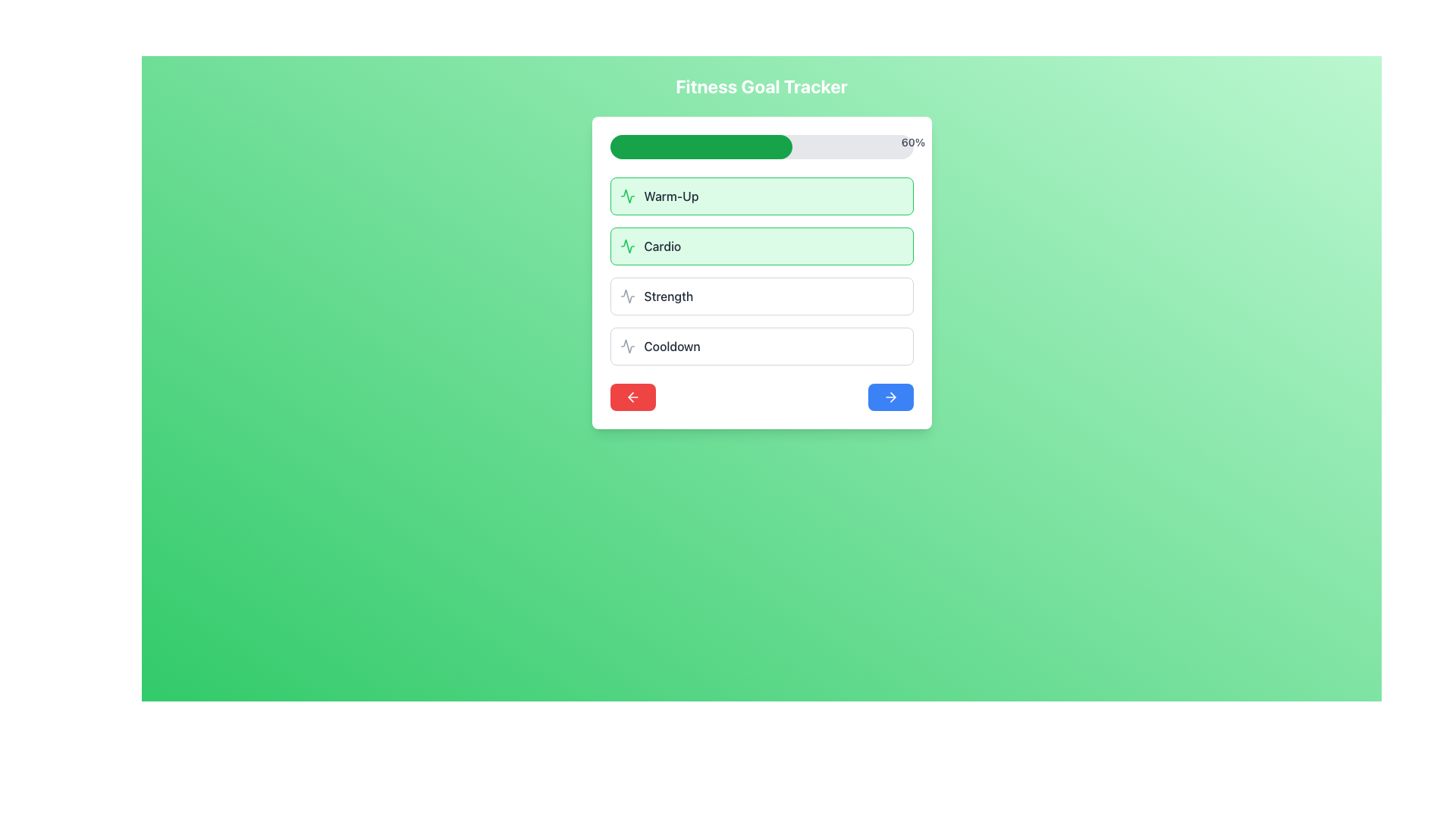 This screenshot has height=819, width=1456. I want to click on the 'Strength' list item, which is the third item in a vertical stack, located below 'Warm-Up' and 'Cardio', and above 'Cooldown', so click(761, 296).